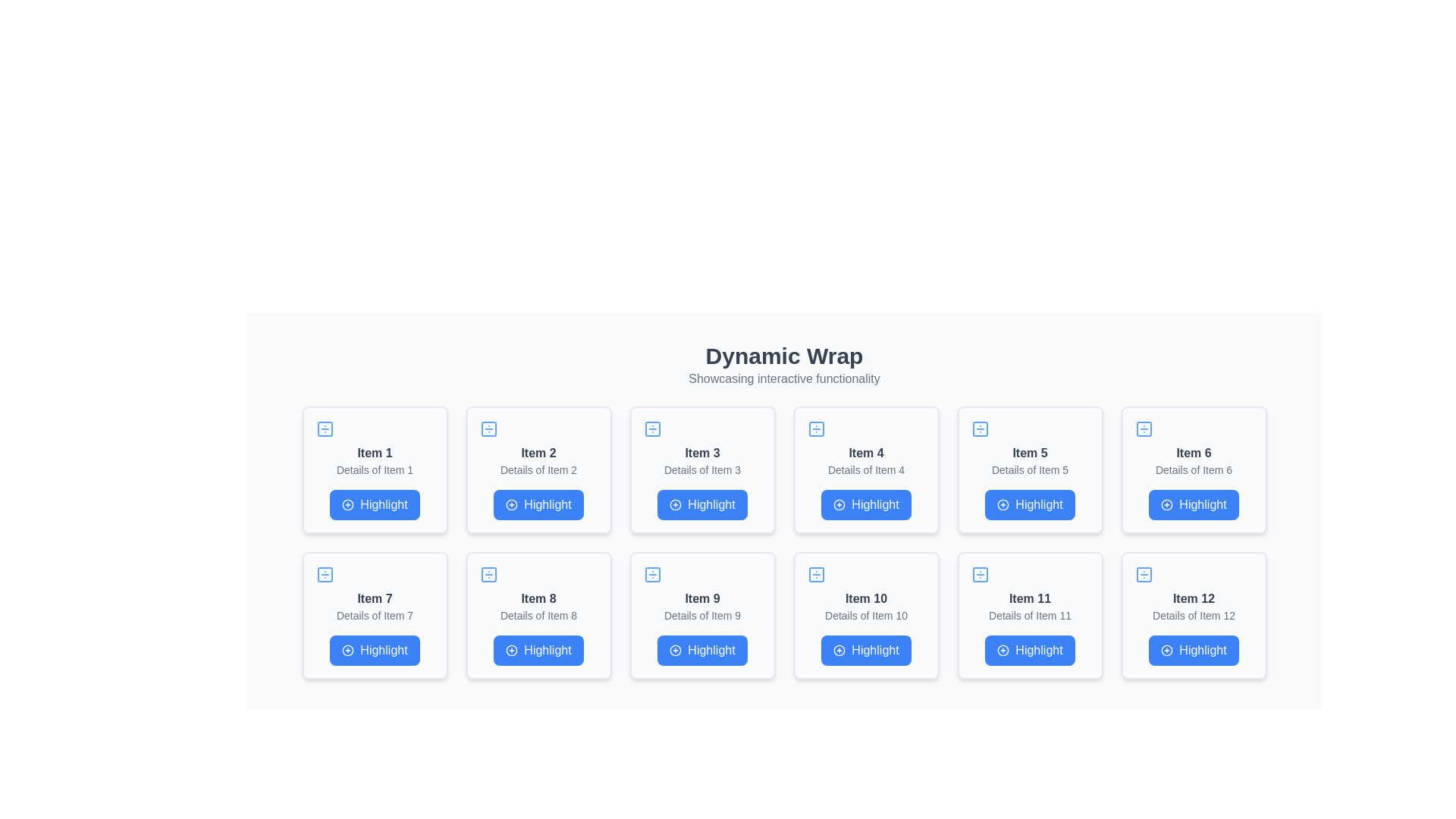  I want to click on the text label displaying 'Dynamic Wrap' which is styled in a large, bold, dark gray font, centered at the top of the page, so click(784, 356).